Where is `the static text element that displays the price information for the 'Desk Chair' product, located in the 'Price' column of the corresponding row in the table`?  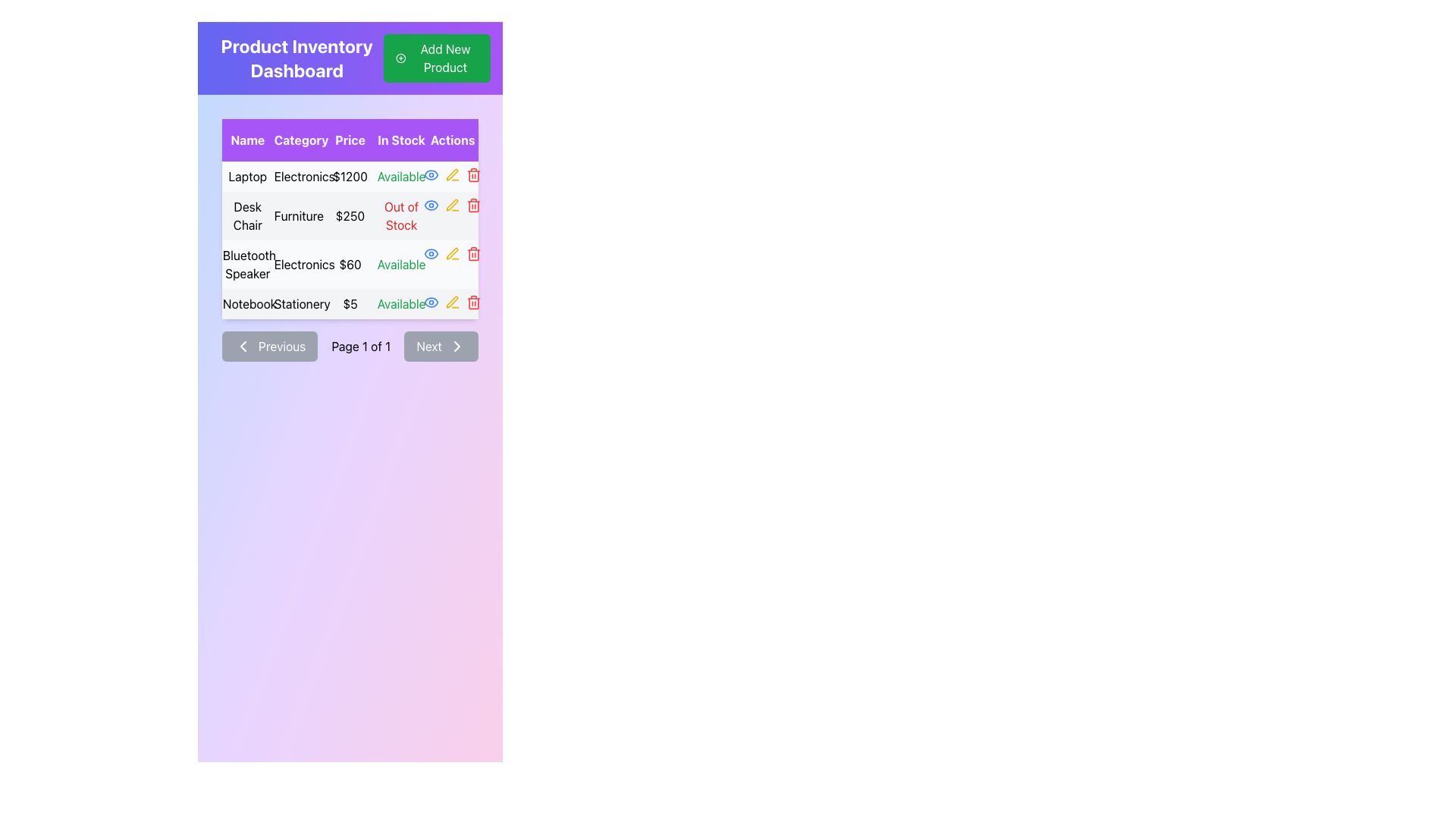
the static text element that displays the price information for the 'Desk Chair' product, located in the 'Price' column of the corresponding row in the table is located at coordinates (349, 216).